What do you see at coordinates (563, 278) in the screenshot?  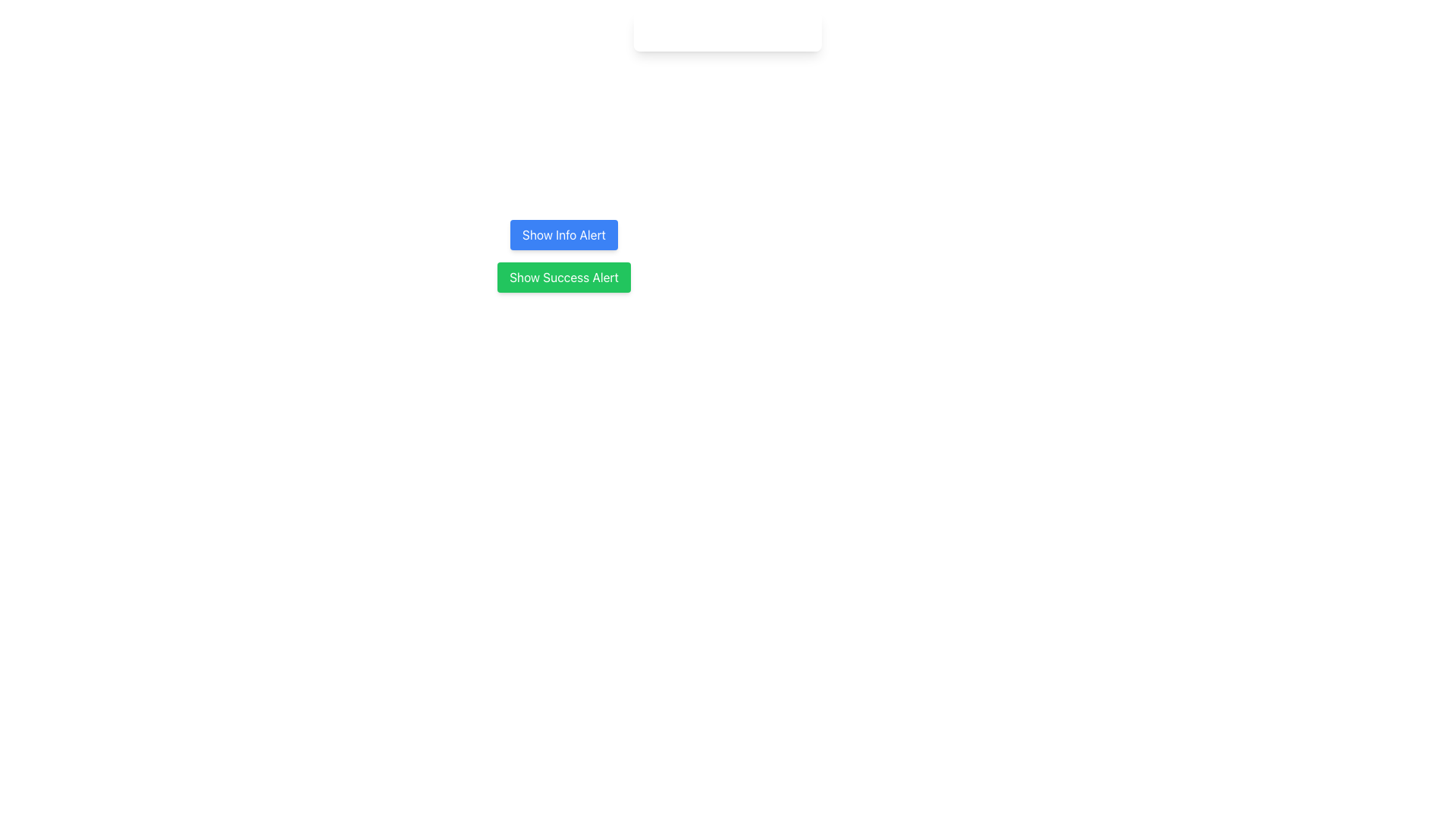 I see `the rectangular button with rounded corners, green background, and white text that reads 'Show Success Alert'` at bounding box center [563, 278].